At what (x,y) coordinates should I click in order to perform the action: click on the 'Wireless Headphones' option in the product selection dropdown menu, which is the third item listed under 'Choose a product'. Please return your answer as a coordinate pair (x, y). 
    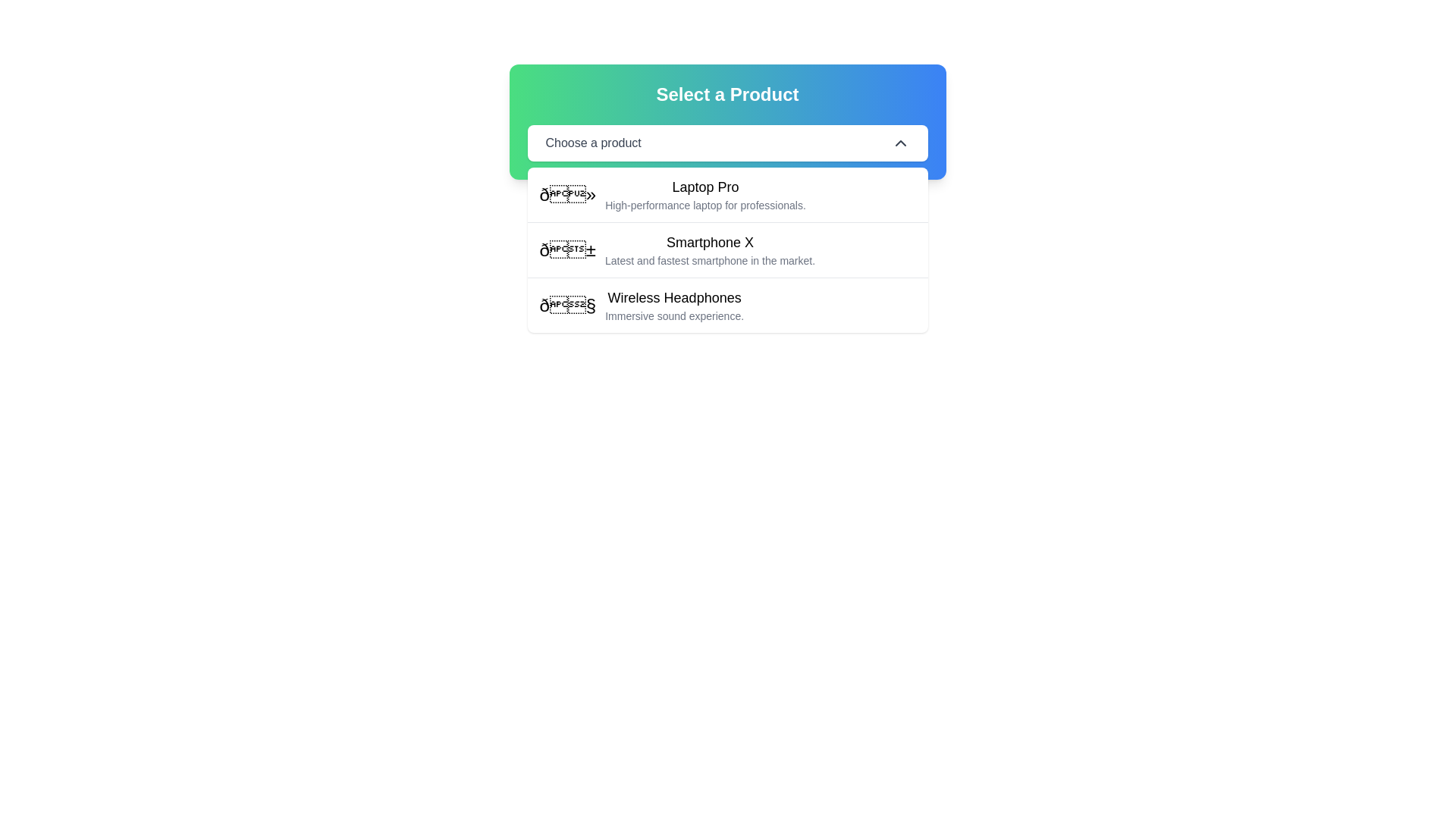
    Looking at the image, I should click on (673, 305).